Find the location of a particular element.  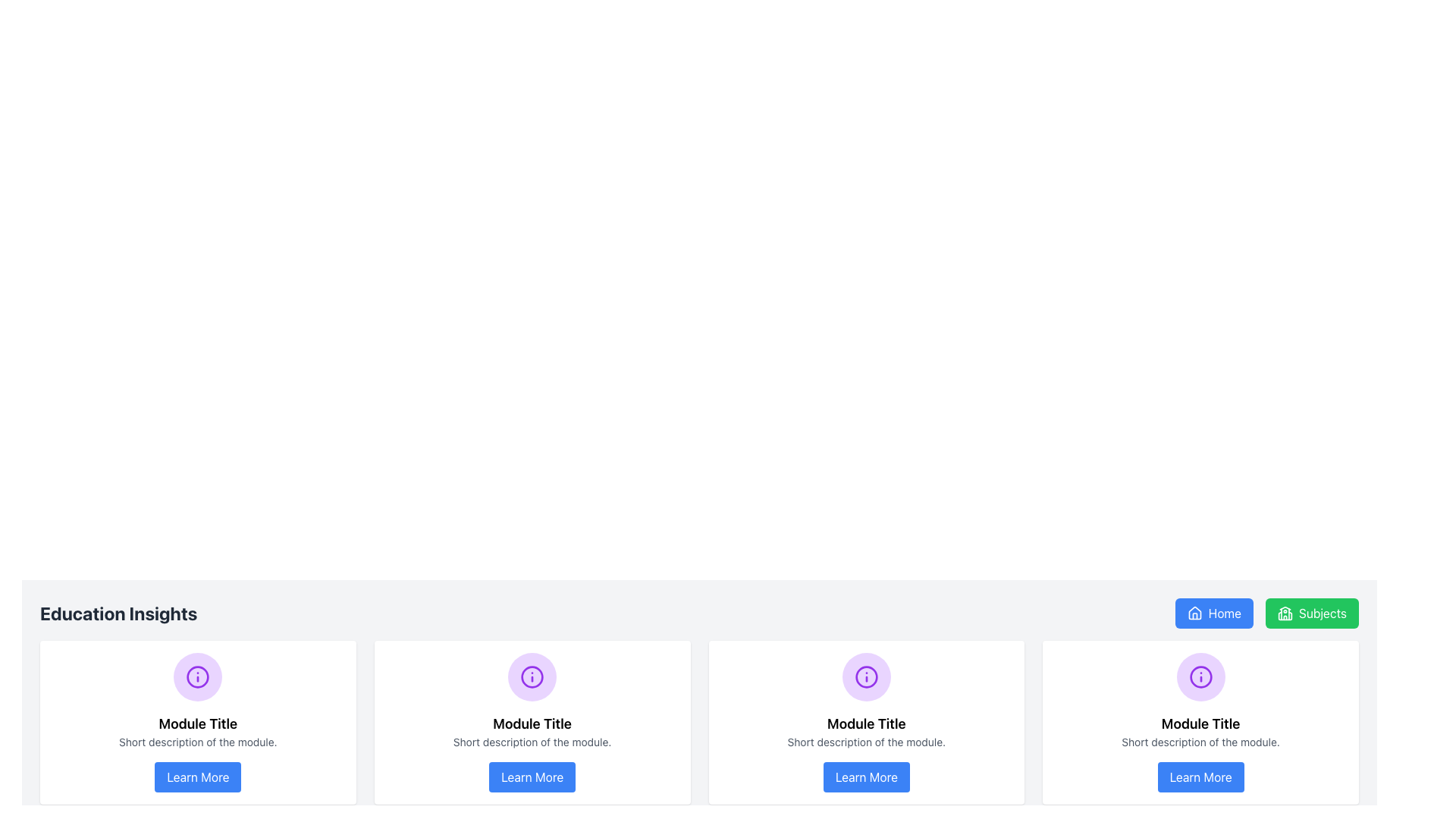

text from the Informational Card located in the middle column of three tiles, positioned above the 'Learn More' button is located at coordinates (532, 701).